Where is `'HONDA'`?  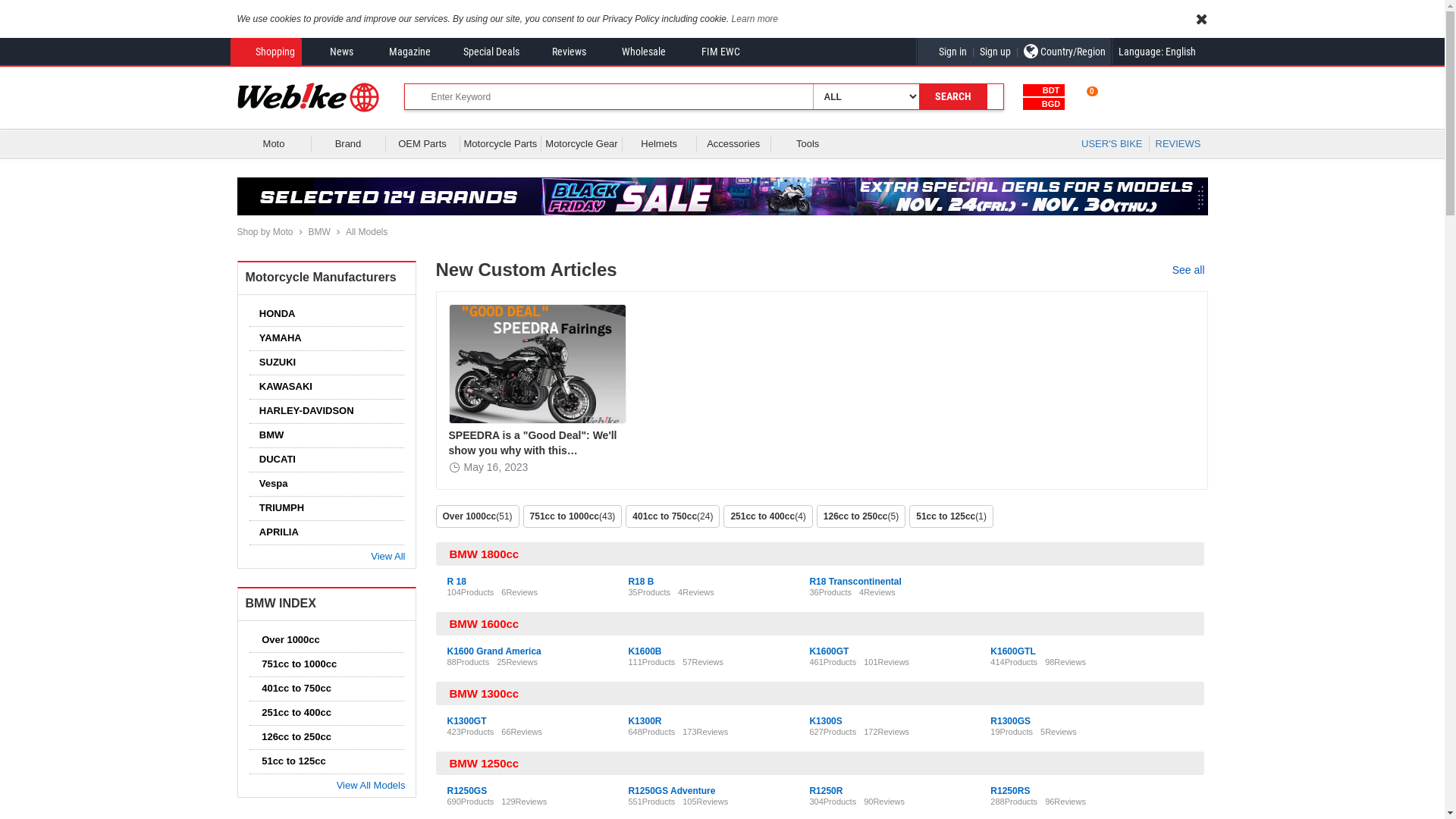 'HONDA' is located at coordinates (273, 312).